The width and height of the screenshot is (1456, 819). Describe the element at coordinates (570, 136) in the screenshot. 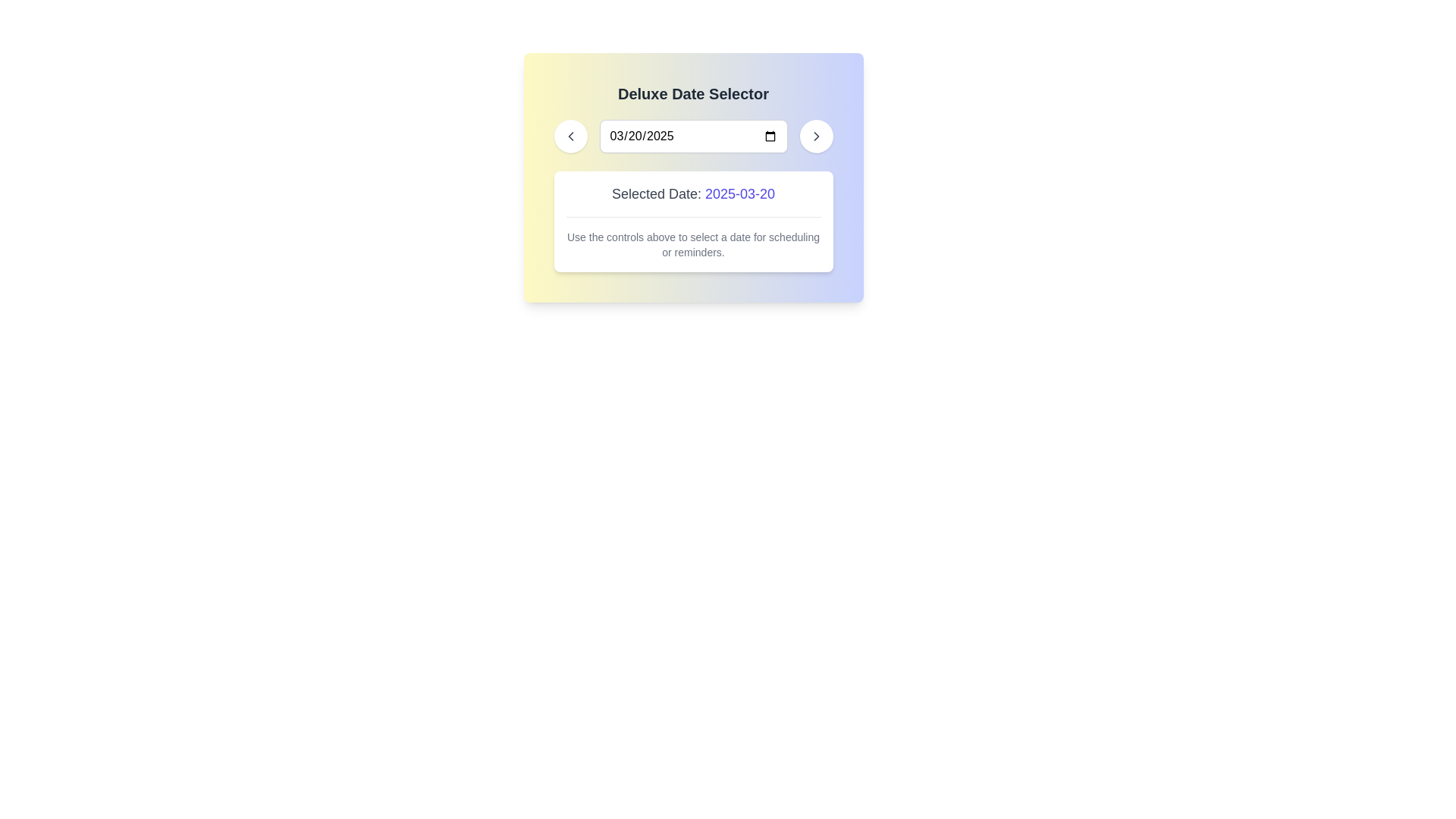

I see `the left navigation icon for the calendar date selector, which is part of a button group for navigating to previous items` at that location.